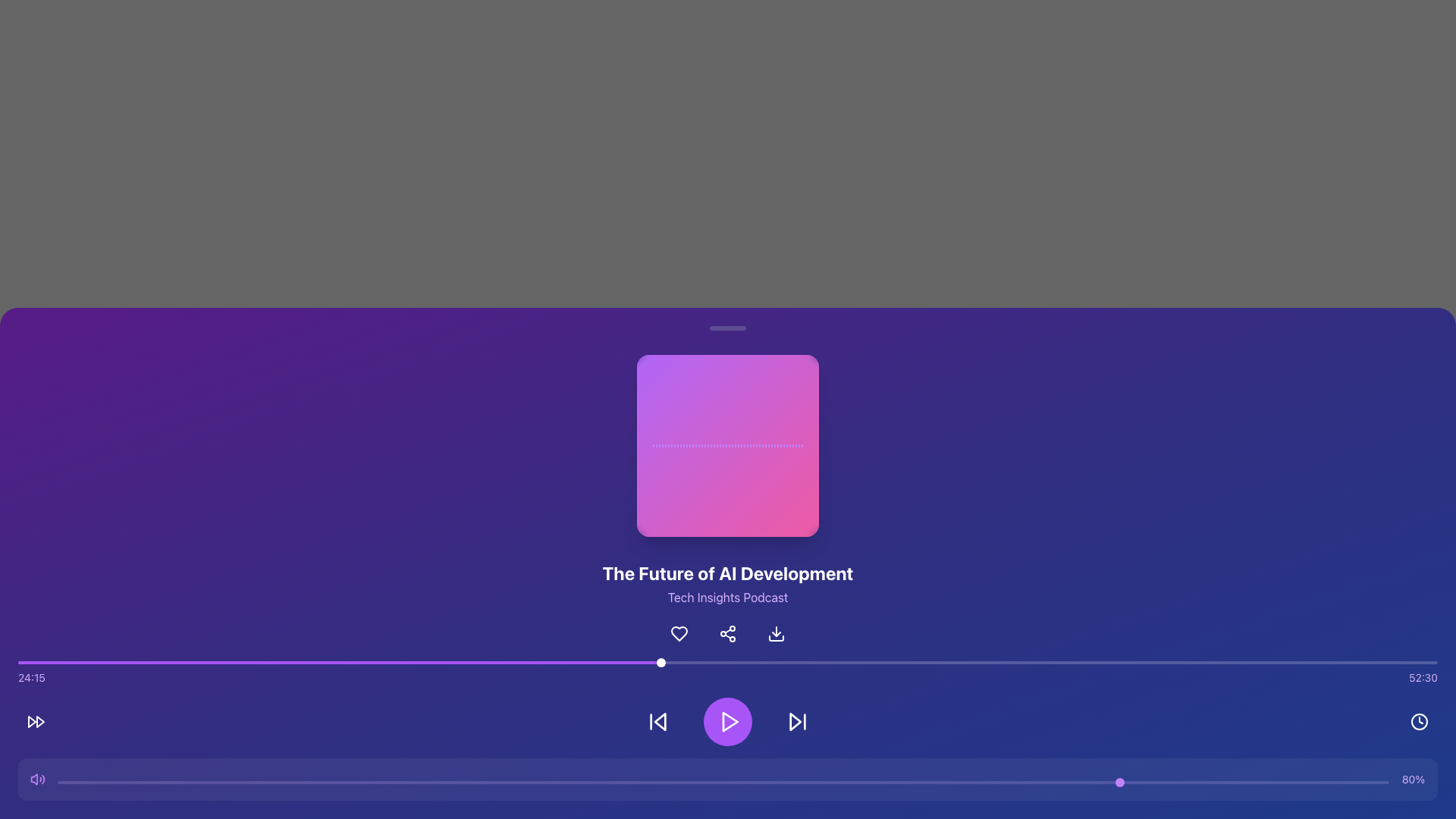  What do you see at coordinates (630, 783) in the screenshot?
I see `the slider position` at bounding box center [630, 783].